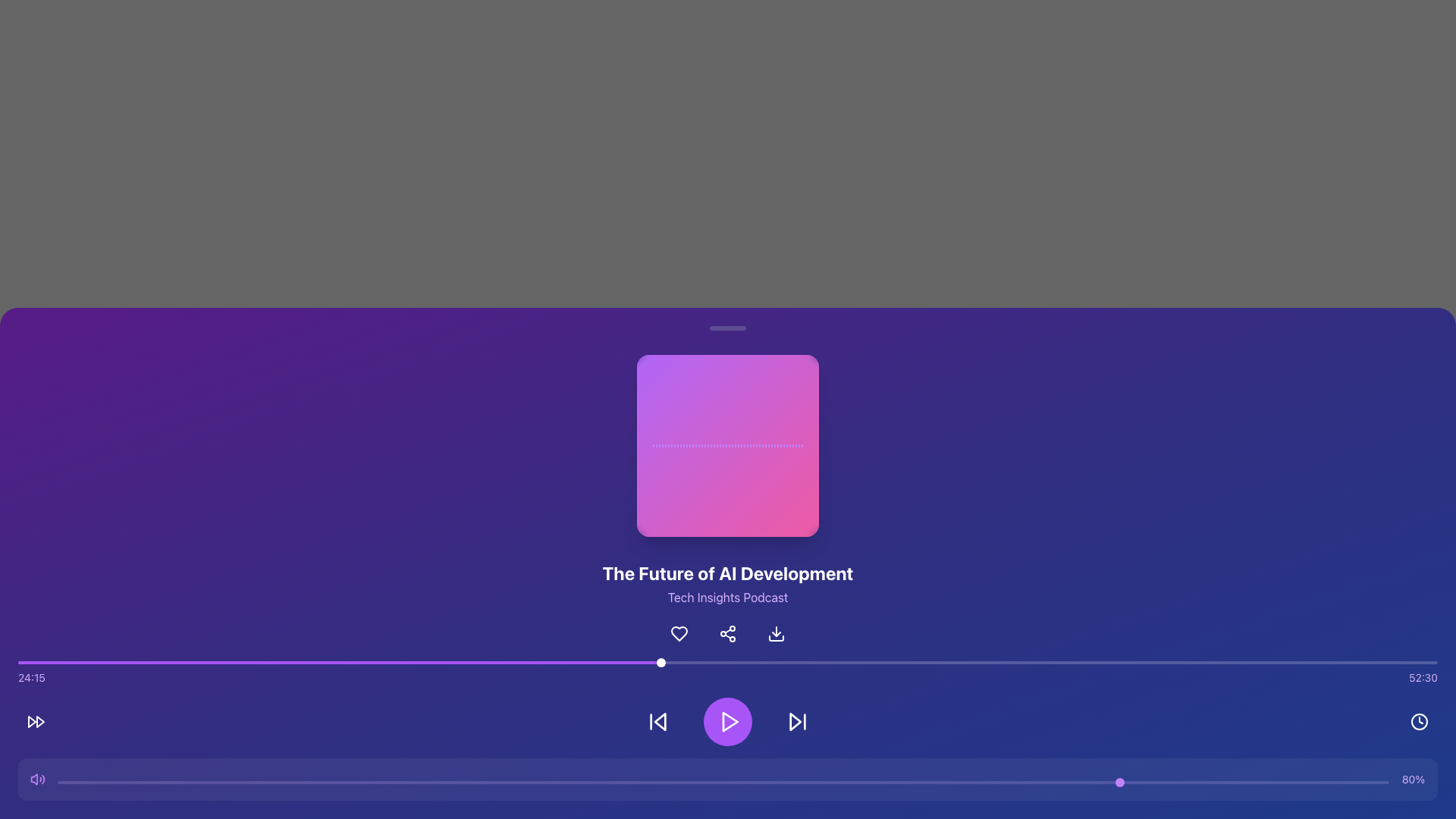  What do you see at coordinates (630, 783) in the screenshot?
I see `the slider position` at bounding box center [630, 783].